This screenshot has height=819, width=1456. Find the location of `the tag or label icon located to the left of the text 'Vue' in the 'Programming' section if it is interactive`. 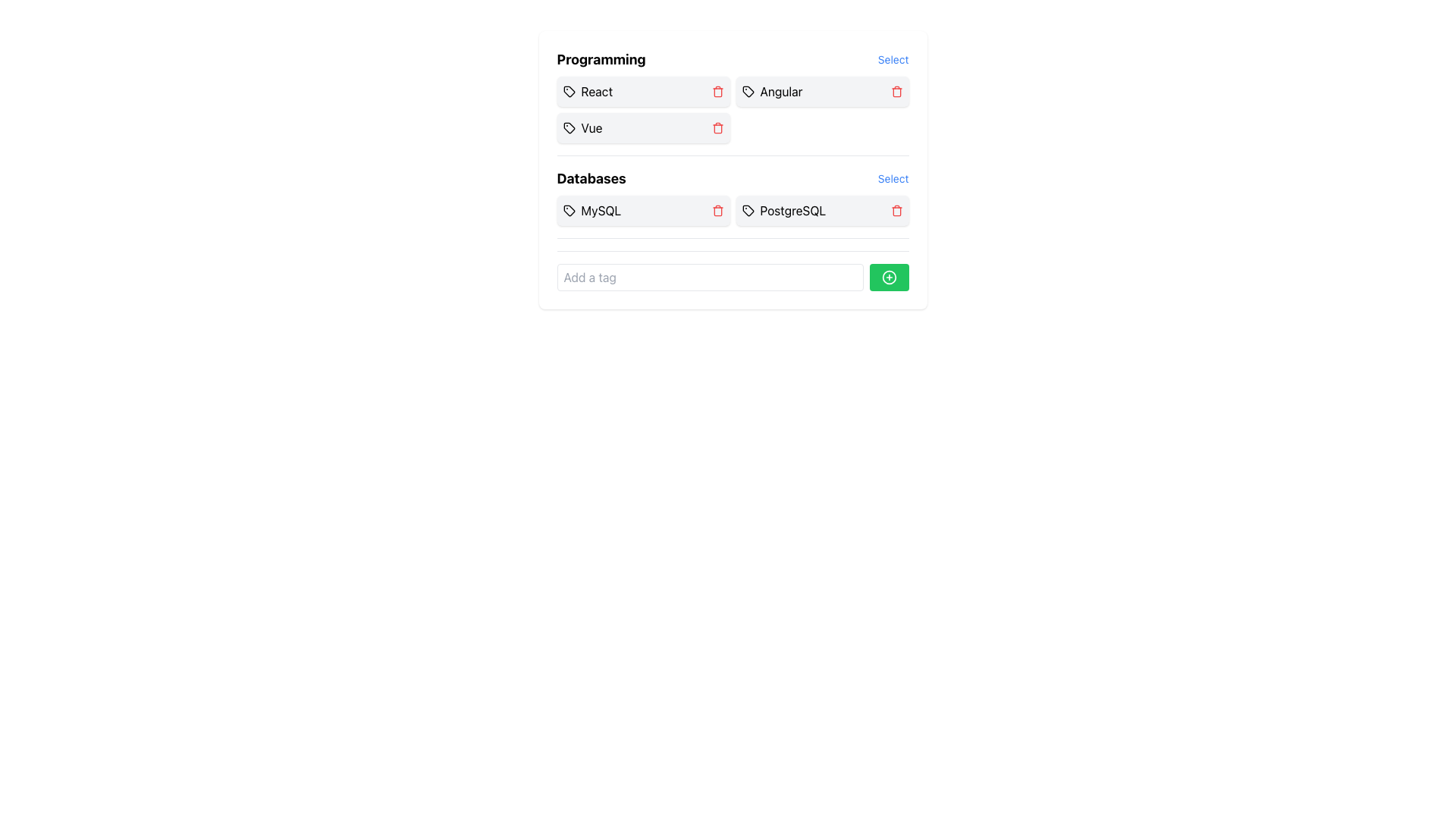

the tag or label icon located to the left of the text 'Vue' in the 'Programming' section if it is interactive is located at coordinates (568, 127).